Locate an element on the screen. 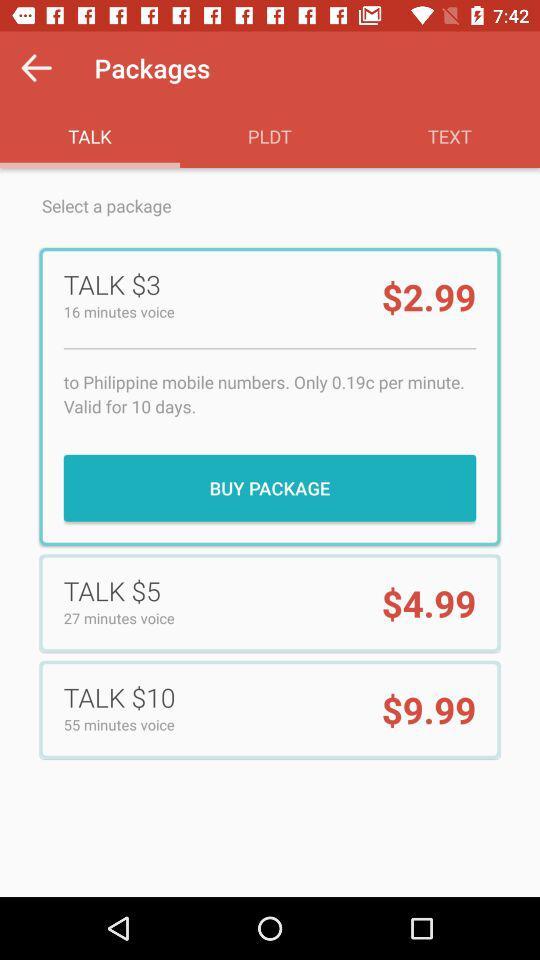  the buy package item is located at coordinates (270, 487).